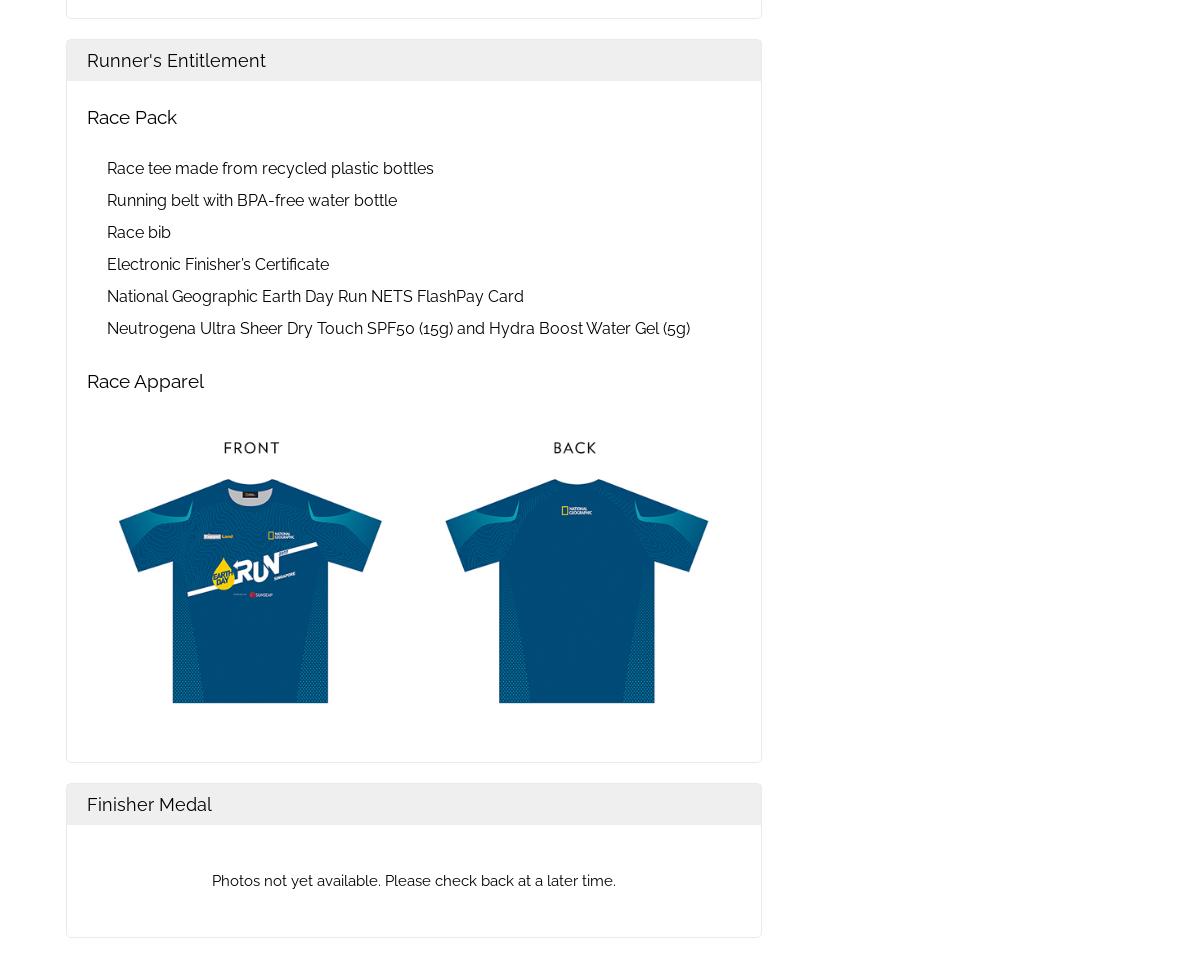  I want to click on 'Race Pack', so click(132, 116).